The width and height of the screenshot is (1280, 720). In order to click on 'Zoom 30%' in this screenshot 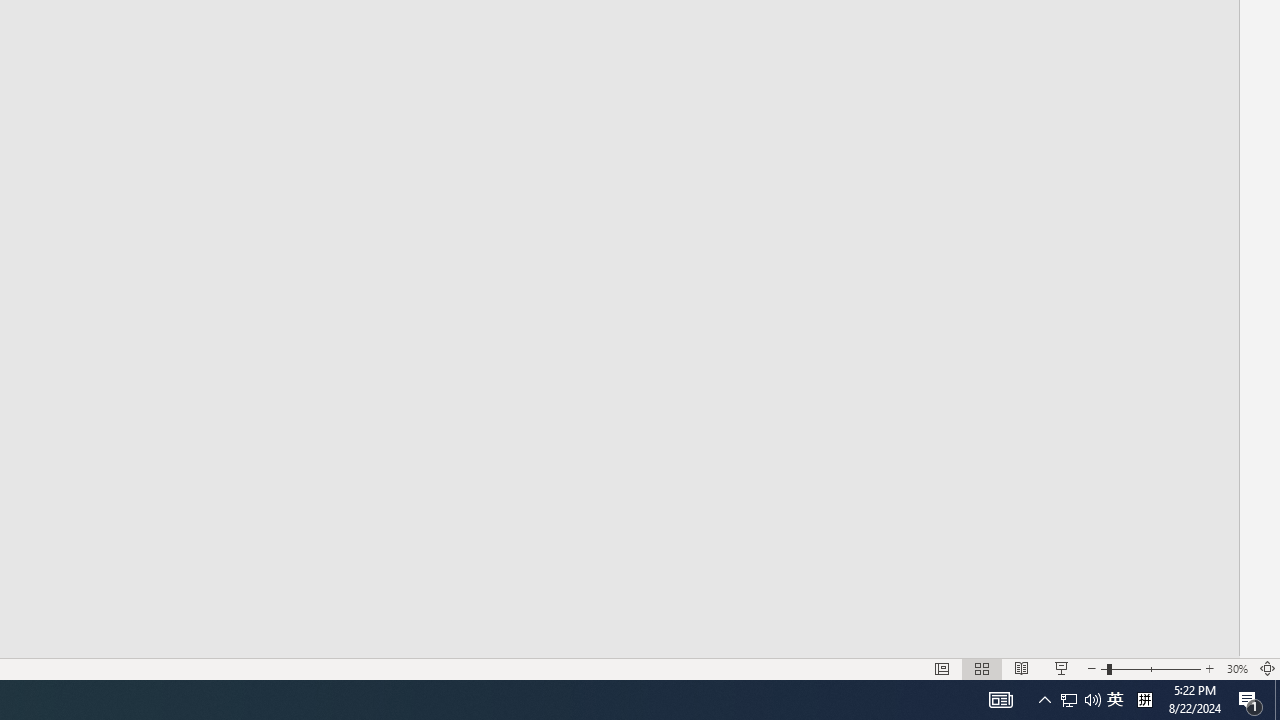, I will do `click(1236, 669)`.